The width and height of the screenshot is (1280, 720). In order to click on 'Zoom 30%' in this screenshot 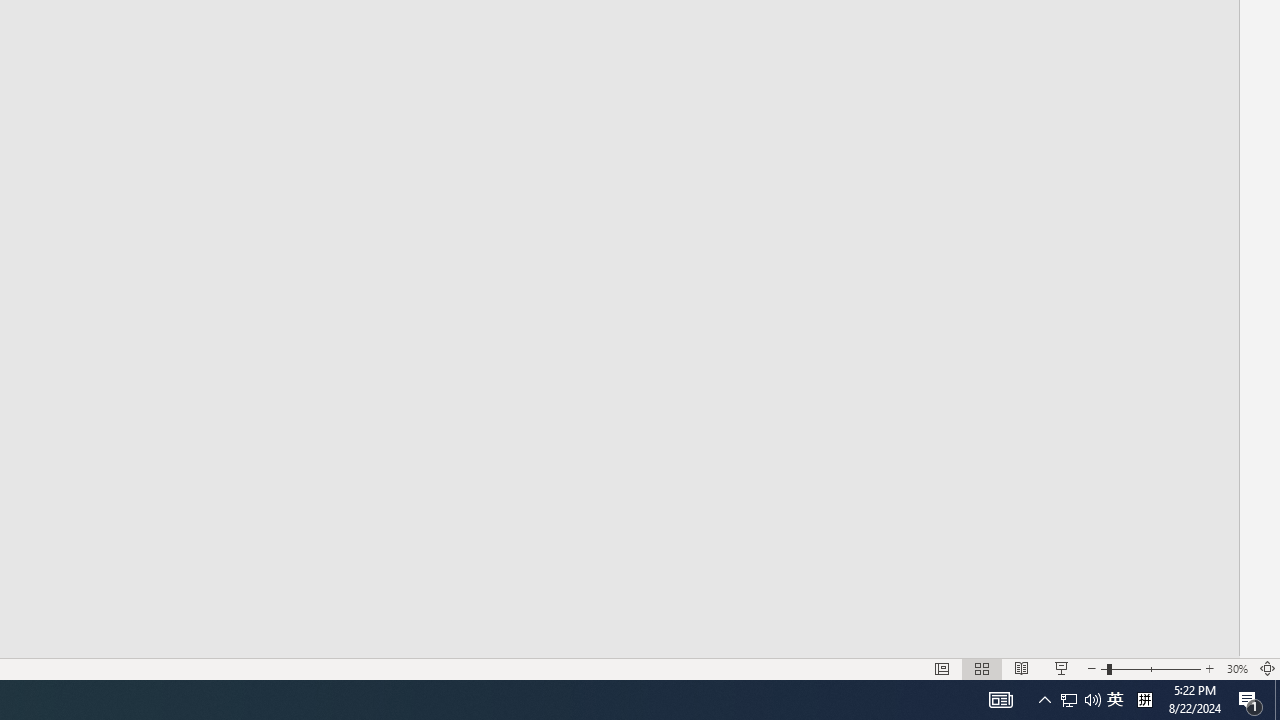, I will do `click(1236, 669)`.